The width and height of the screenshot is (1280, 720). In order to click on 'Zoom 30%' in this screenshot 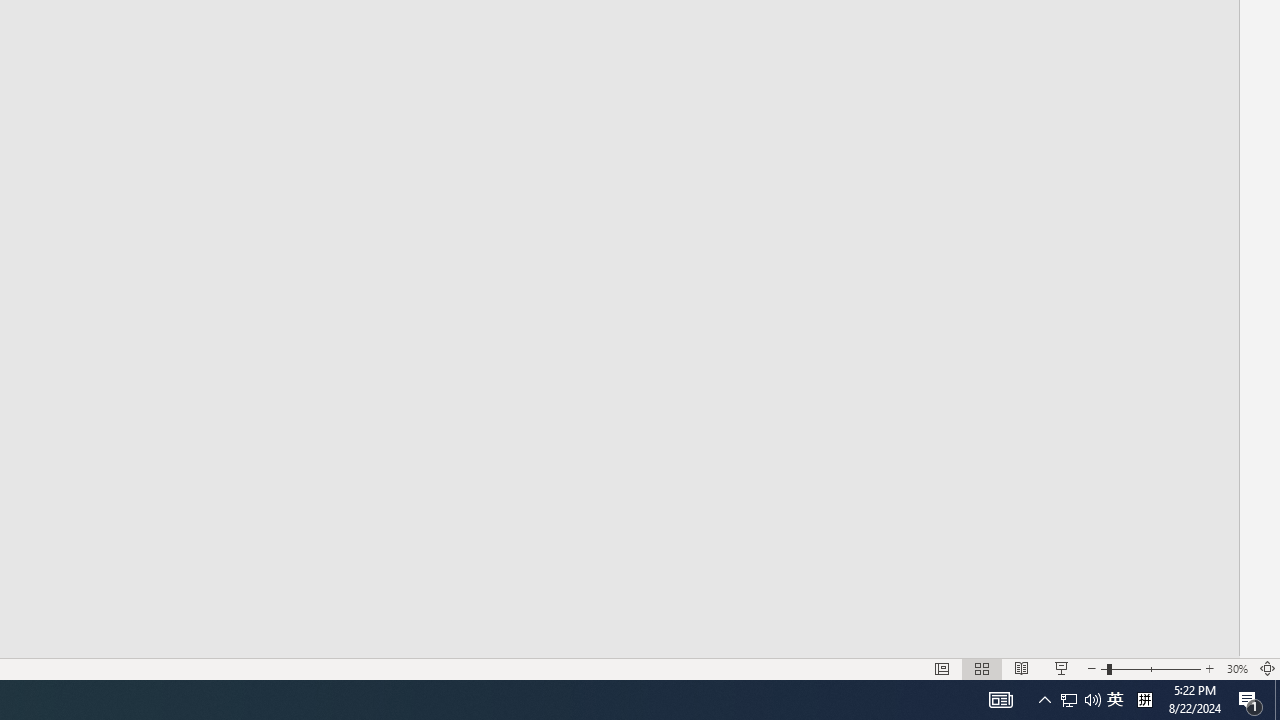, I will do `click(1236, 669)`.